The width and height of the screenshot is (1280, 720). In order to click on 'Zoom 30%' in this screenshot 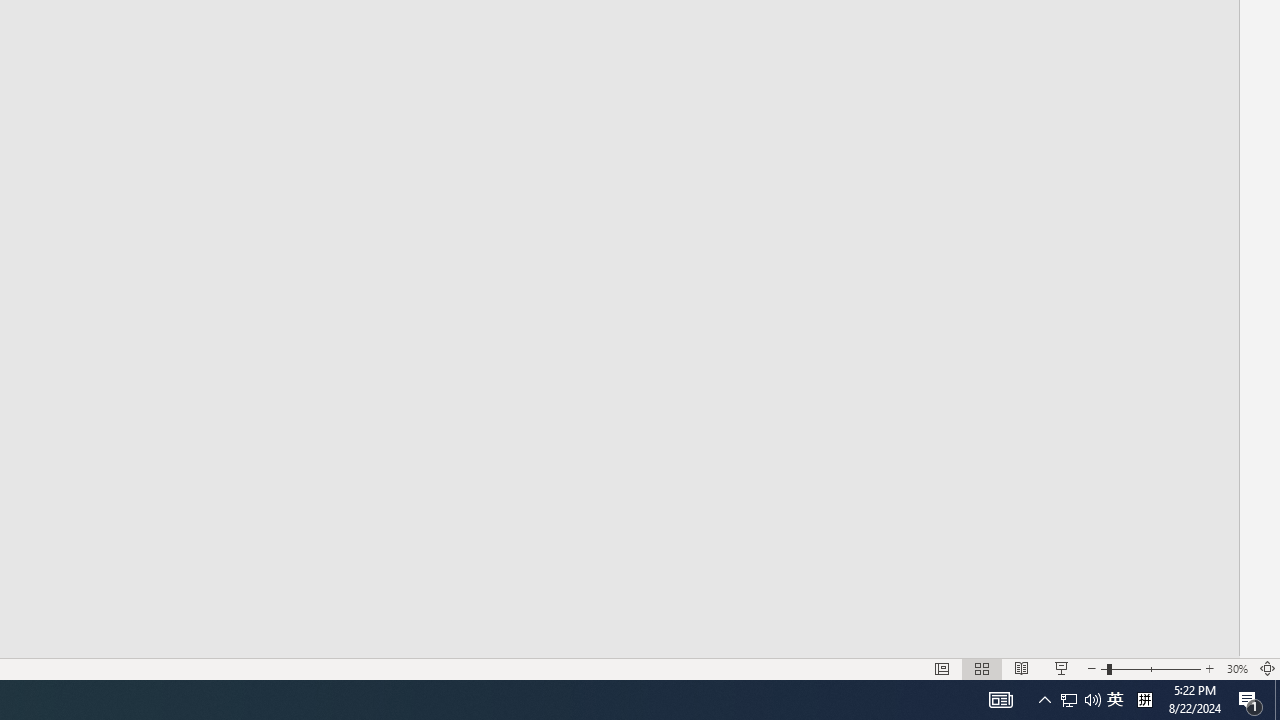, I will do `click(1236, 669)`.